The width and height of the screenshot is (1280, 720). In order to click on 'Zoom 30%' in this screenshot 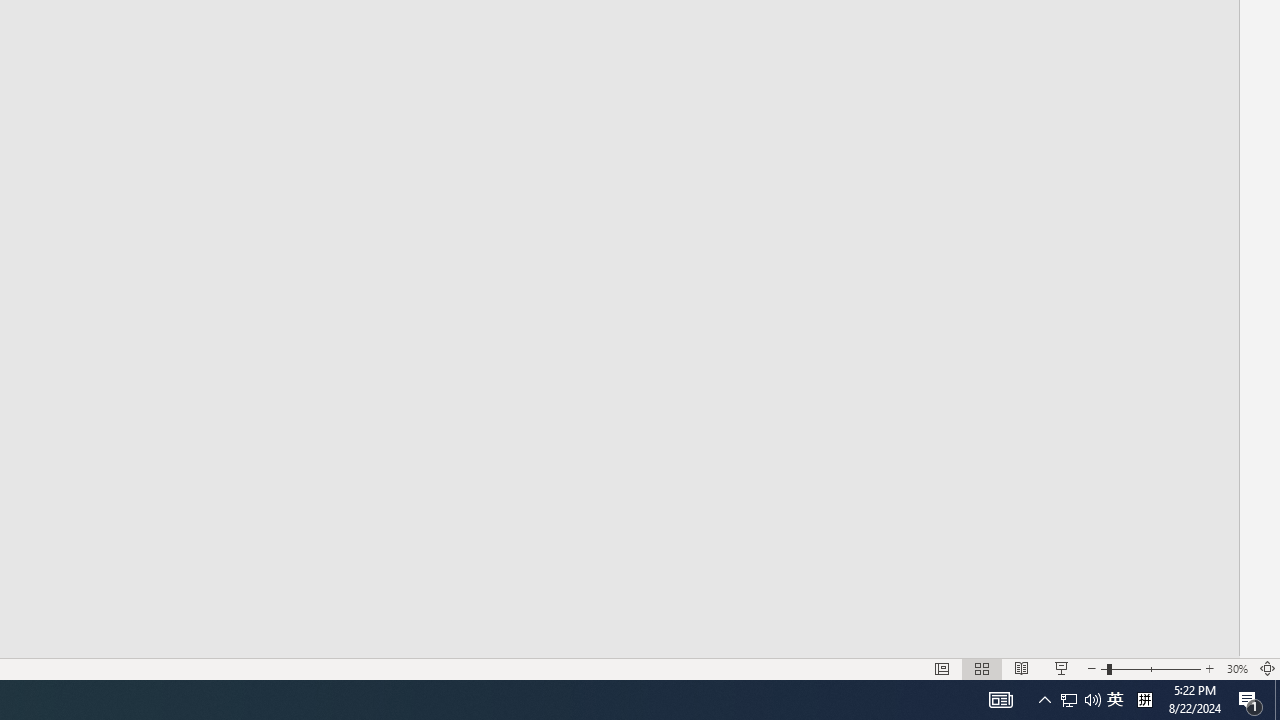, I will do `click(1236, 669)`.